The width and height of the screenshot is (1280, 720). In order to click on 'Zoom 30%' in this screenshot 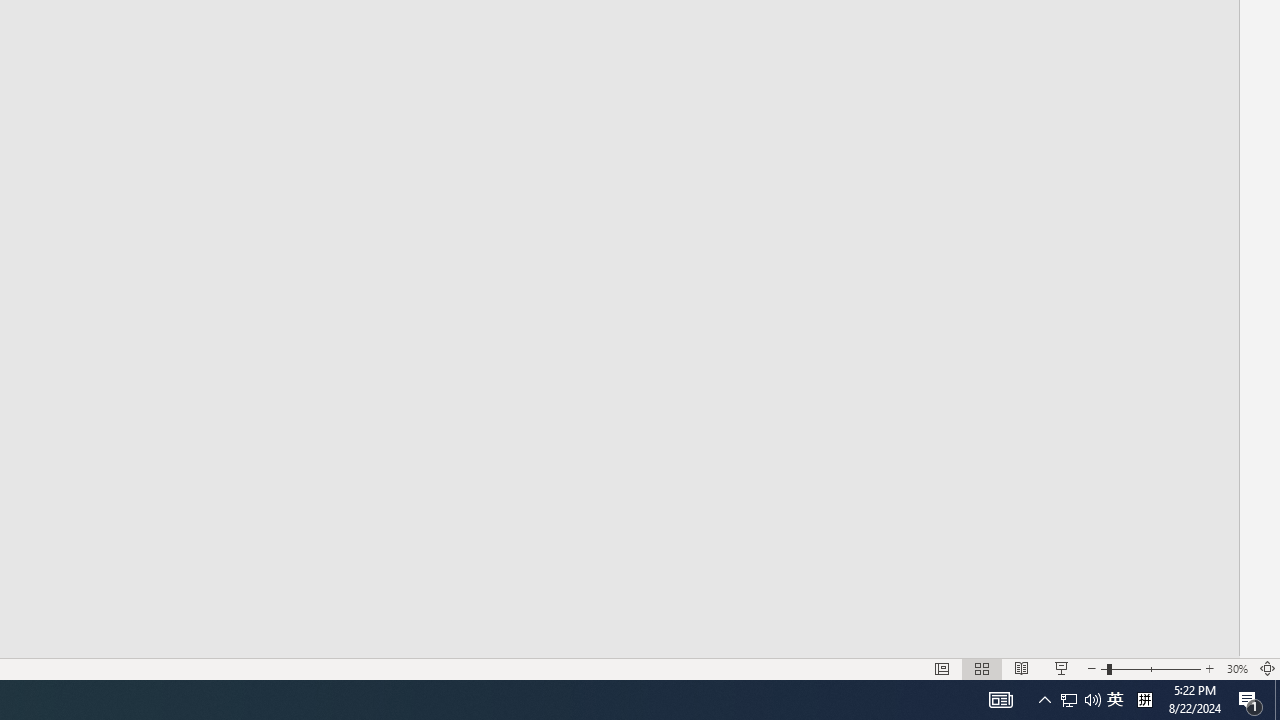, I will do `click(1236, 669)`.